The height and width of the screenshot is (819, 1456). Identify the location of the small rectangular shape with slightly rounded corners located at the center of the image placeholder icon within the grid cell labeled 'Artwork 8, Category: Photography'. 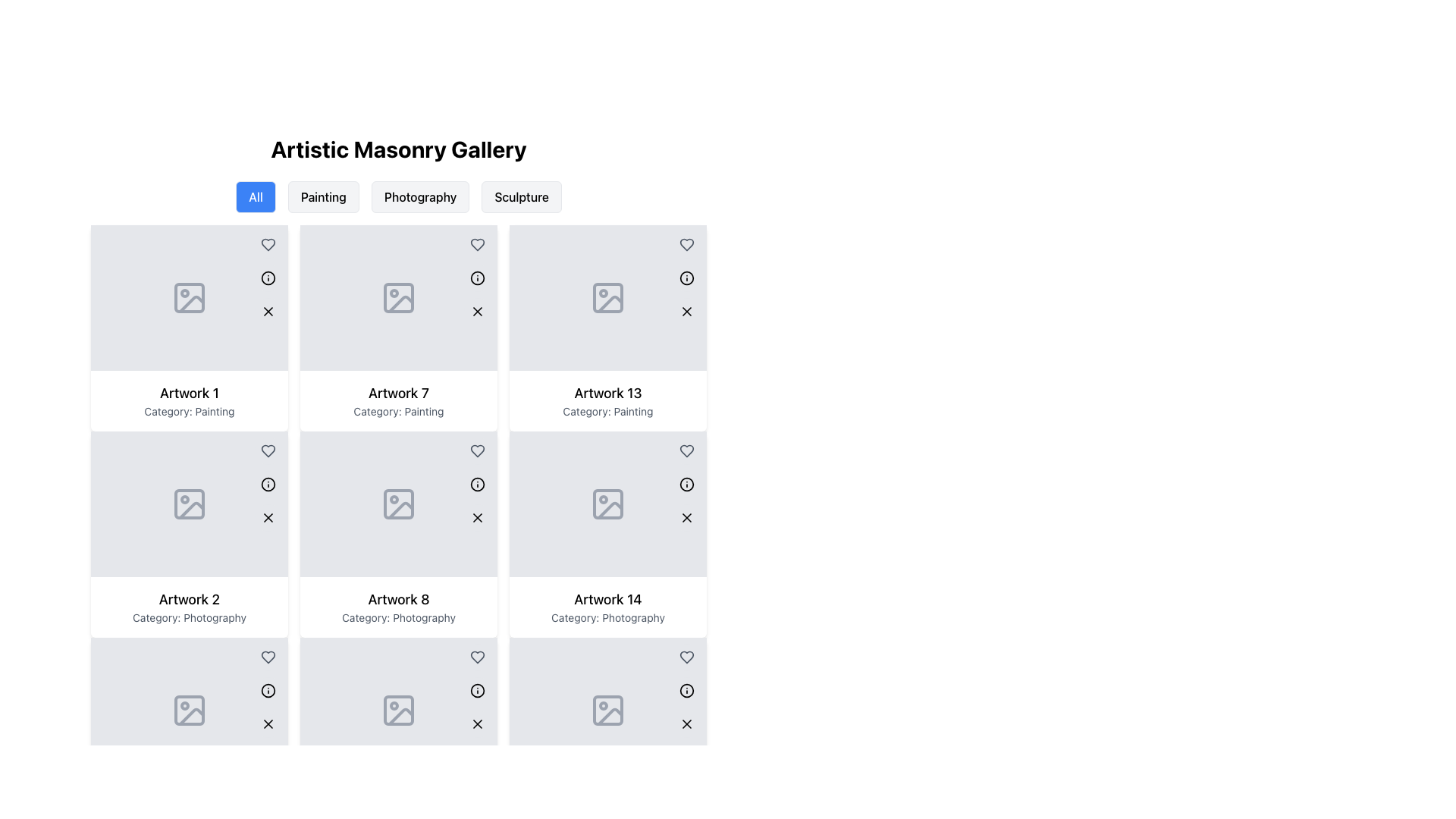
(399, 711).